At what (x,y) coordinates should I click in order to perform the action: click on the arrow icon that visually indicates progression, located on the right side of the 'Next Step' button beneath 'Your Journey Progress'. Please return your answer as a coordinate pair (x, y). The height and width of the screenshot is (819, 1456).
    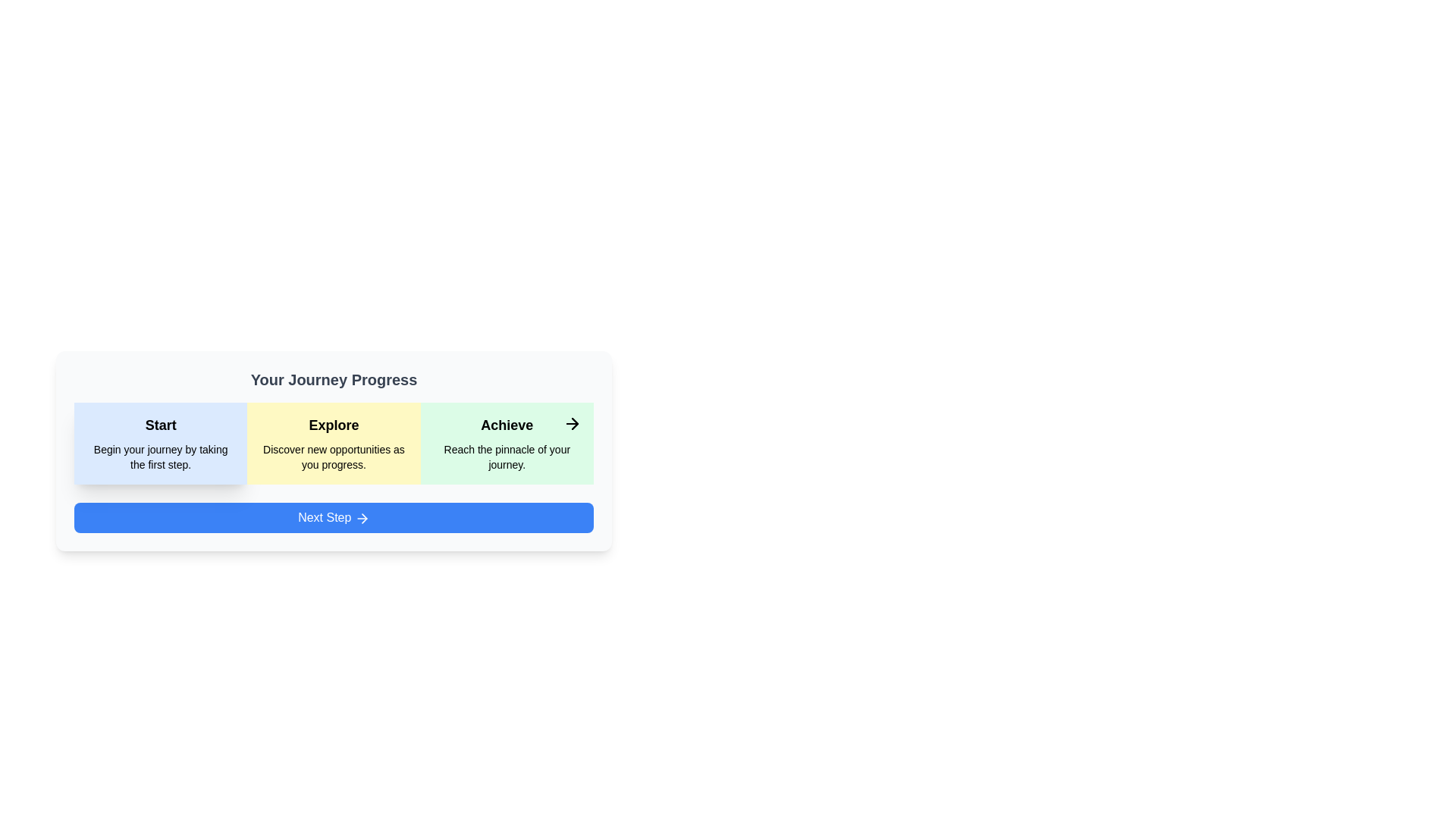
    Looking at the image, I should click on (361, 517).